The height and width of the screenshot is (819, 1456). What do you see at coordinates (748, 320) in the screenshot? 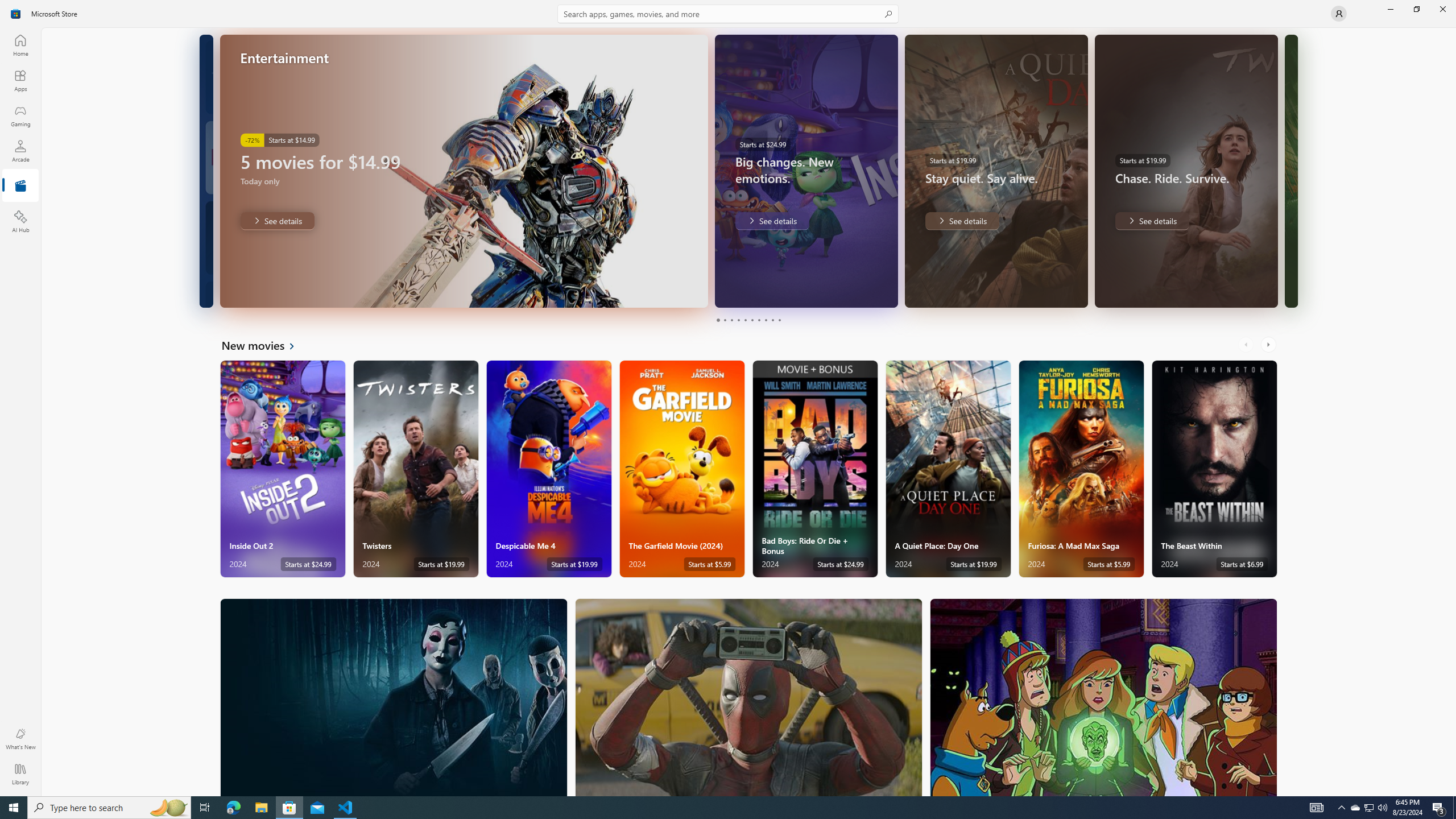
I see `'Pager'` at bounding box center [748, 320].